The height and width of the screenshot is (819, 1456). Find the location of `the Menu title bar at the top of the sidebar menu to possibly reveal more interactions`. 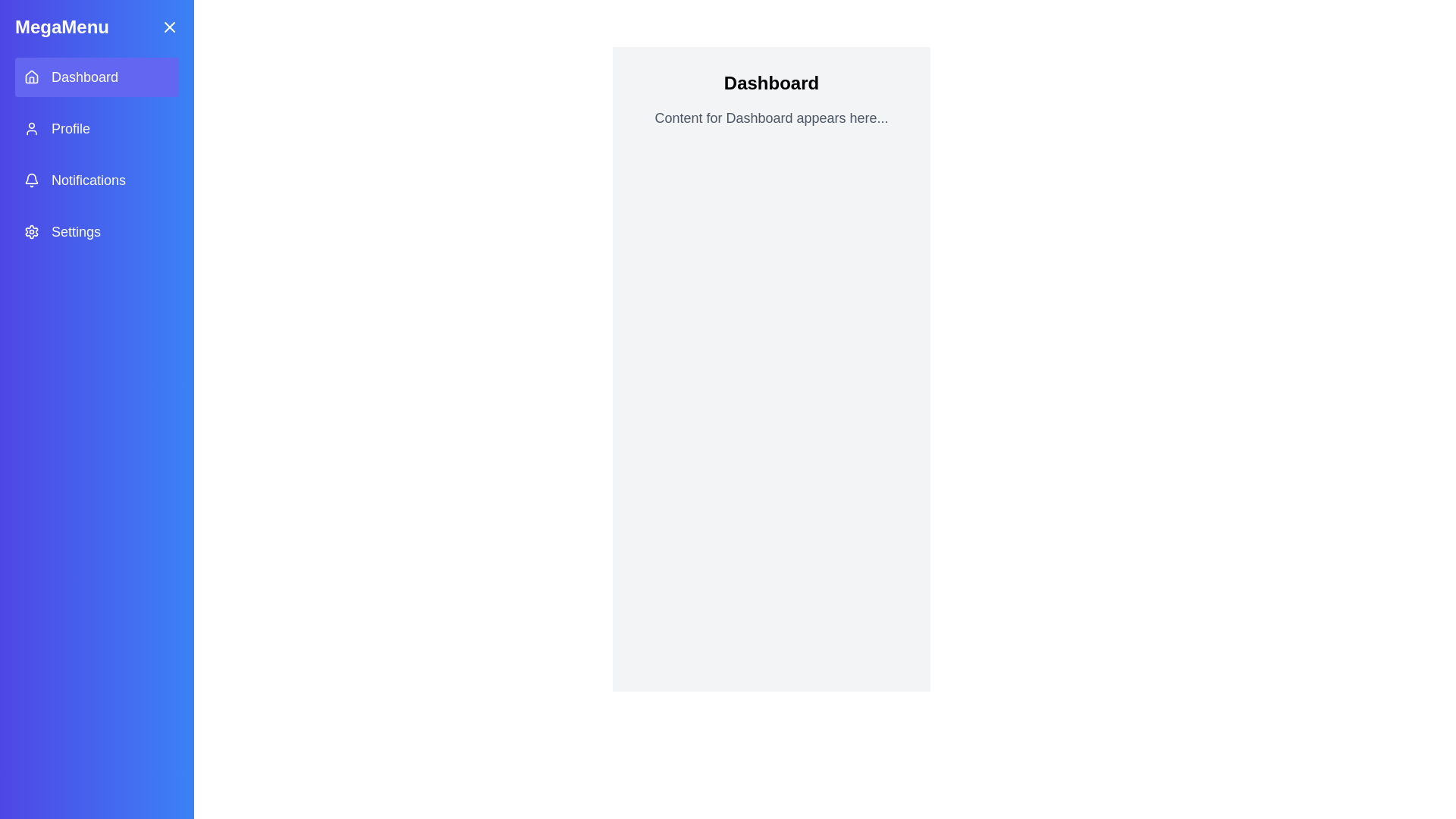

the Menu title bar at the top of the sidebar menu to possibly reveal more interactions is located at coordinates (96, 27).